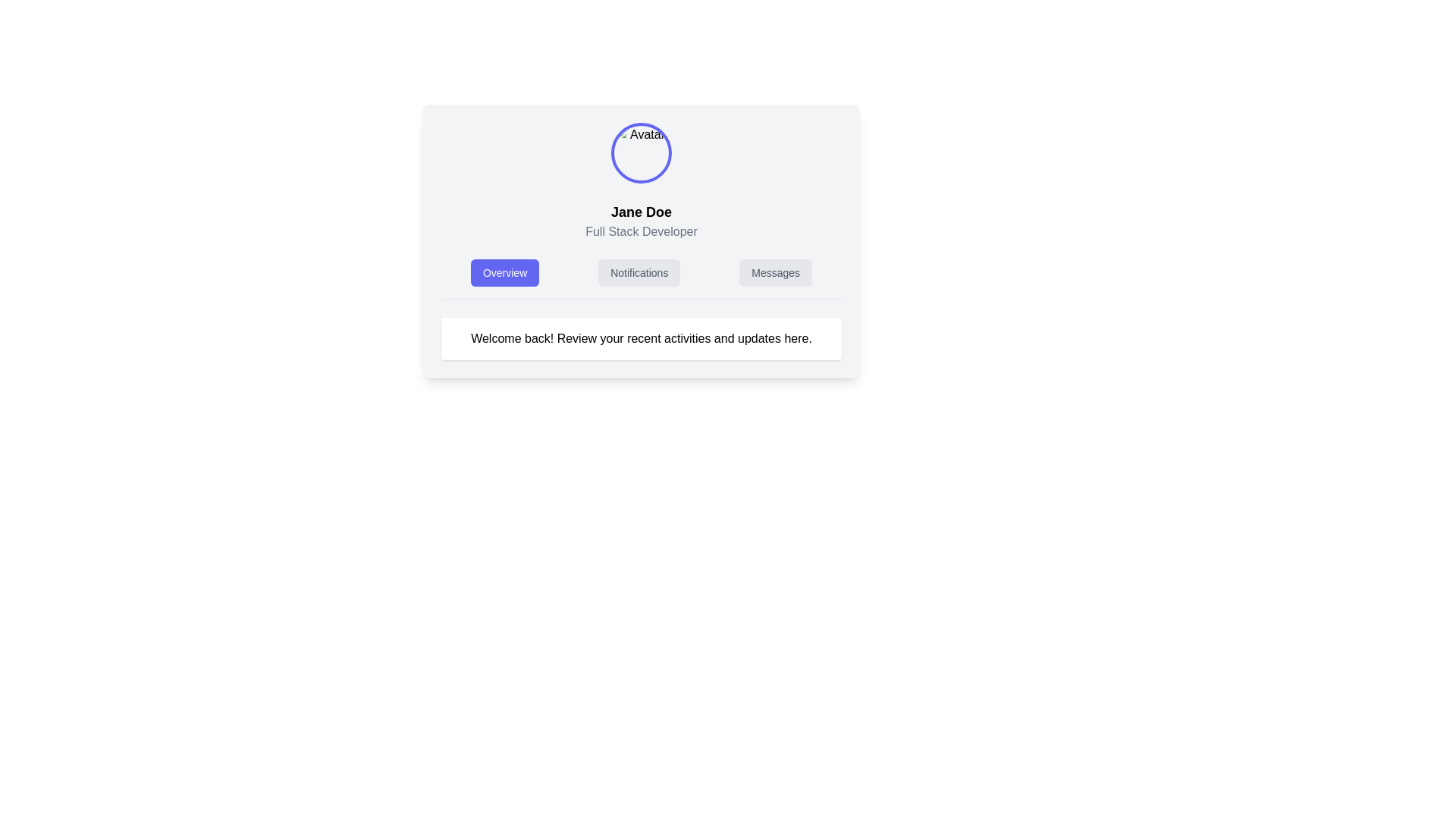 The width and height of the screenshot is (1456, 819). I want to click on the non-interactive informational text block located below the buttons 'Overview', 'Notifications', and 'Messages', so click(641, 338).